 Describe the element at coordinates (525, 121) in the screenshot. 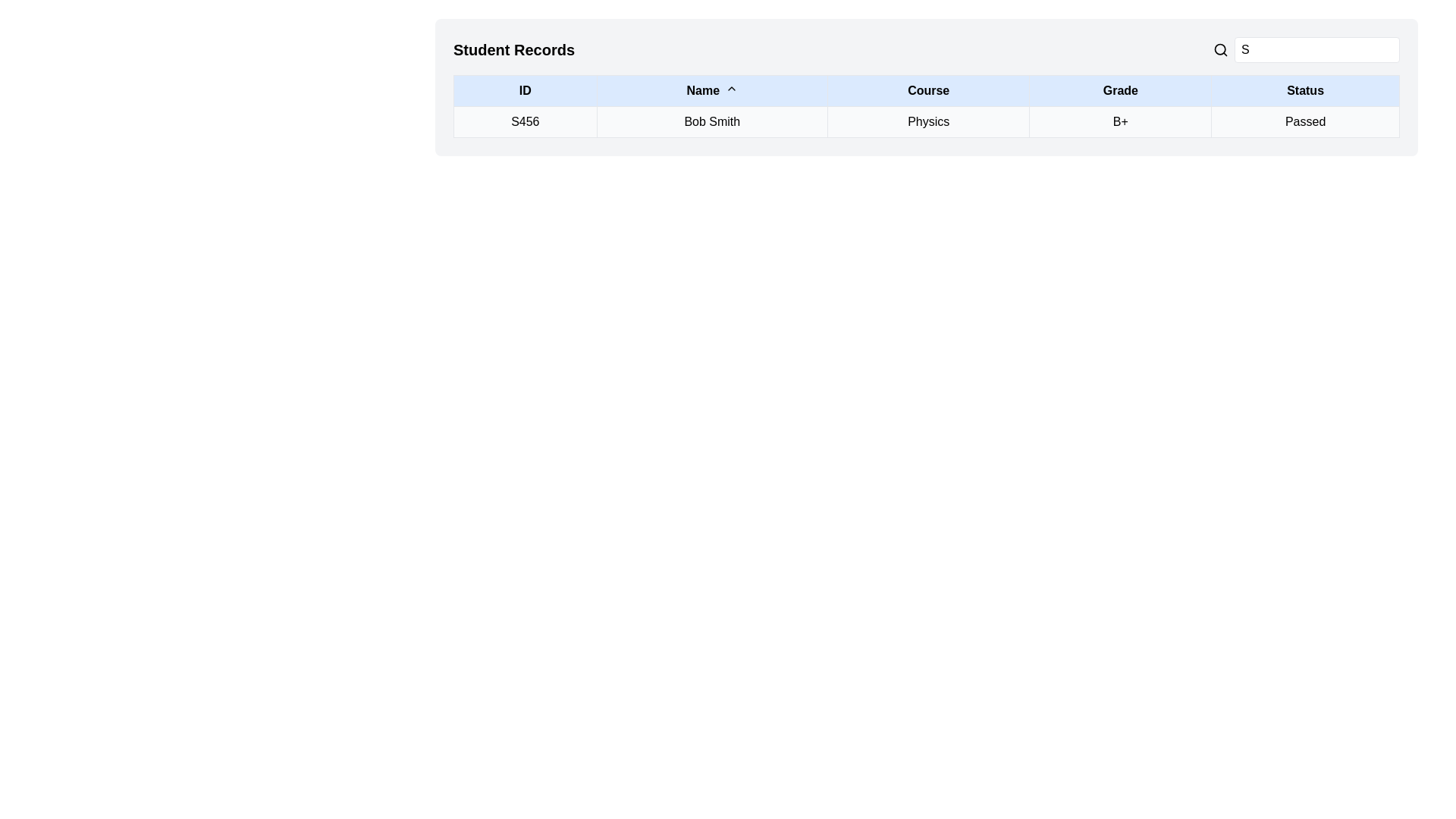

I see `the Table Cell containing the text 'S456', which is the first cell under the 'ID' column in the tabular structure` at that location.